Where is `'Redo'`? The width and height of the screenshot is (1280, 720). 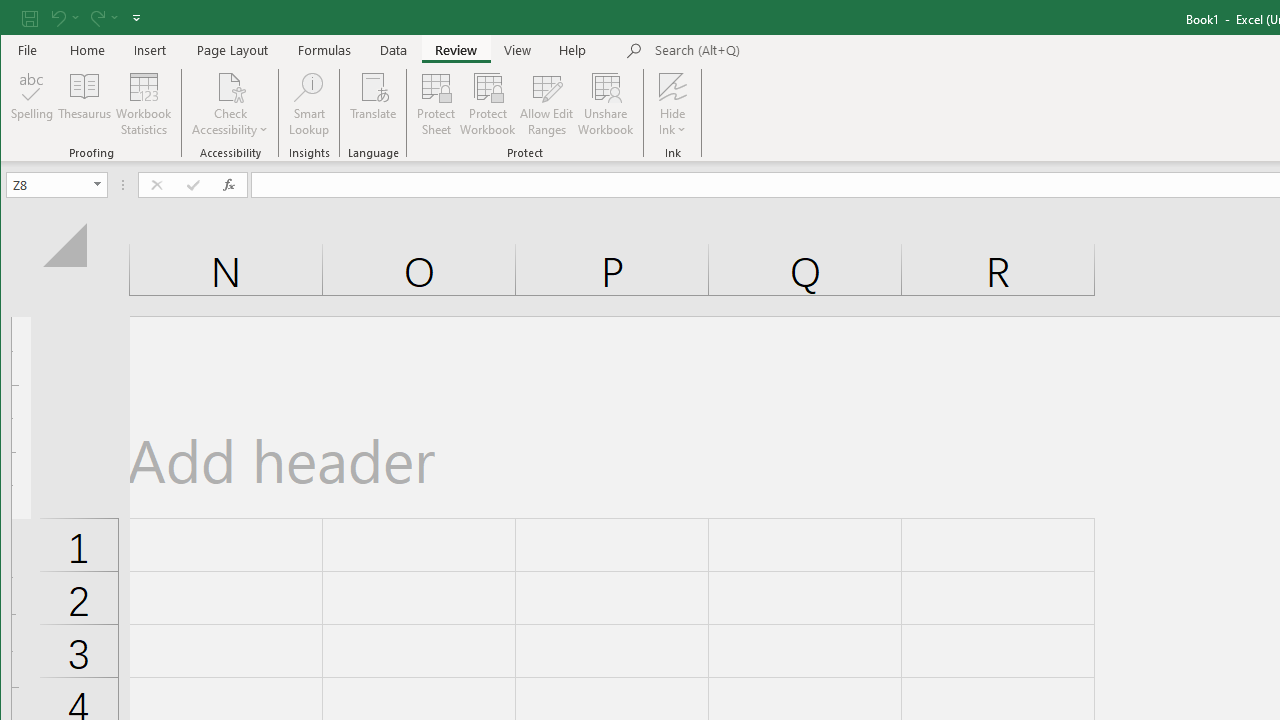 'Redo' is located at coordinates (95, 17).